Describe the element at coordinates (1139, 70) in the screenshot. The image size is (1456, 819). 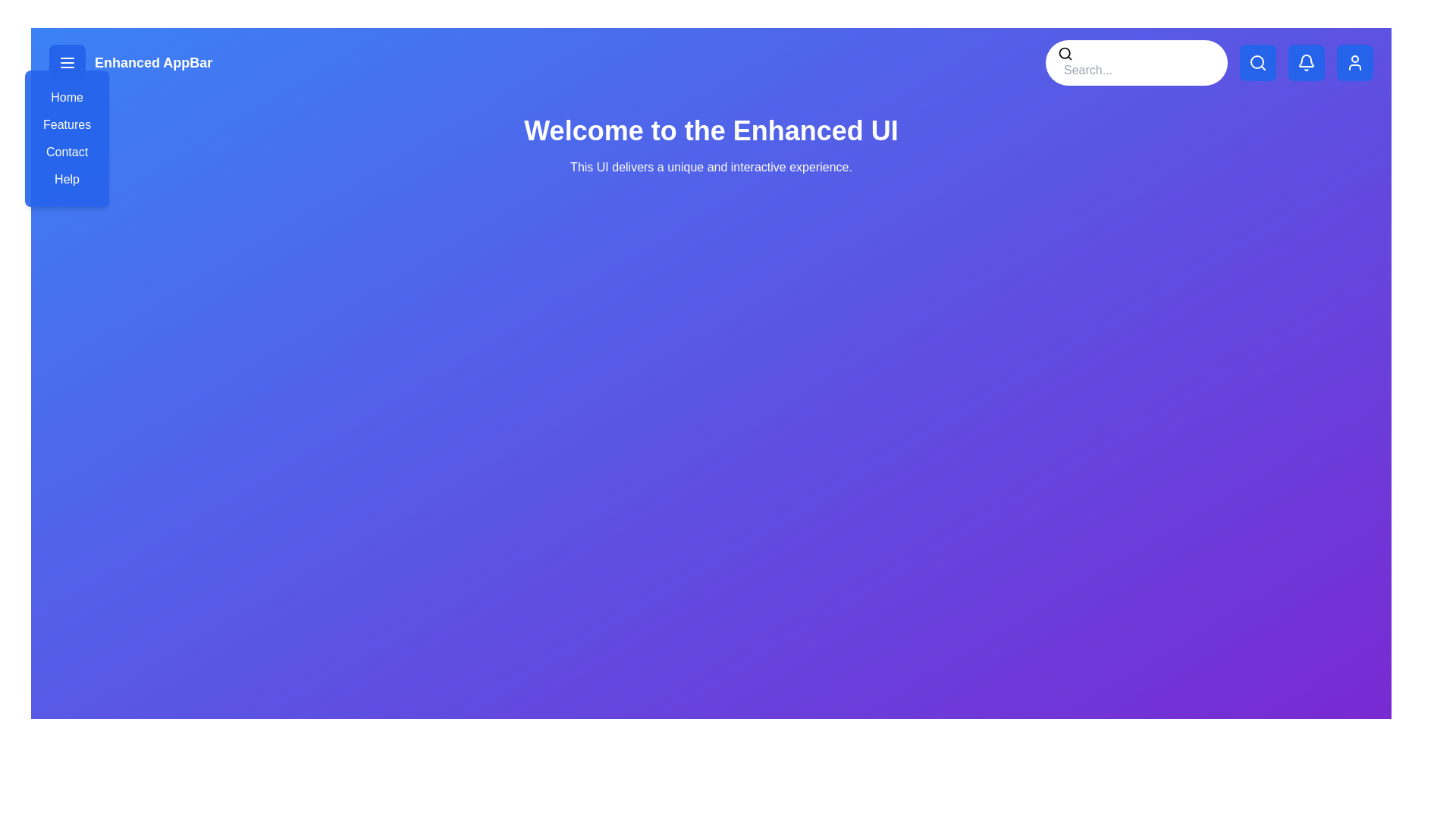
I see `the search bar input field to focus on it` at that location.